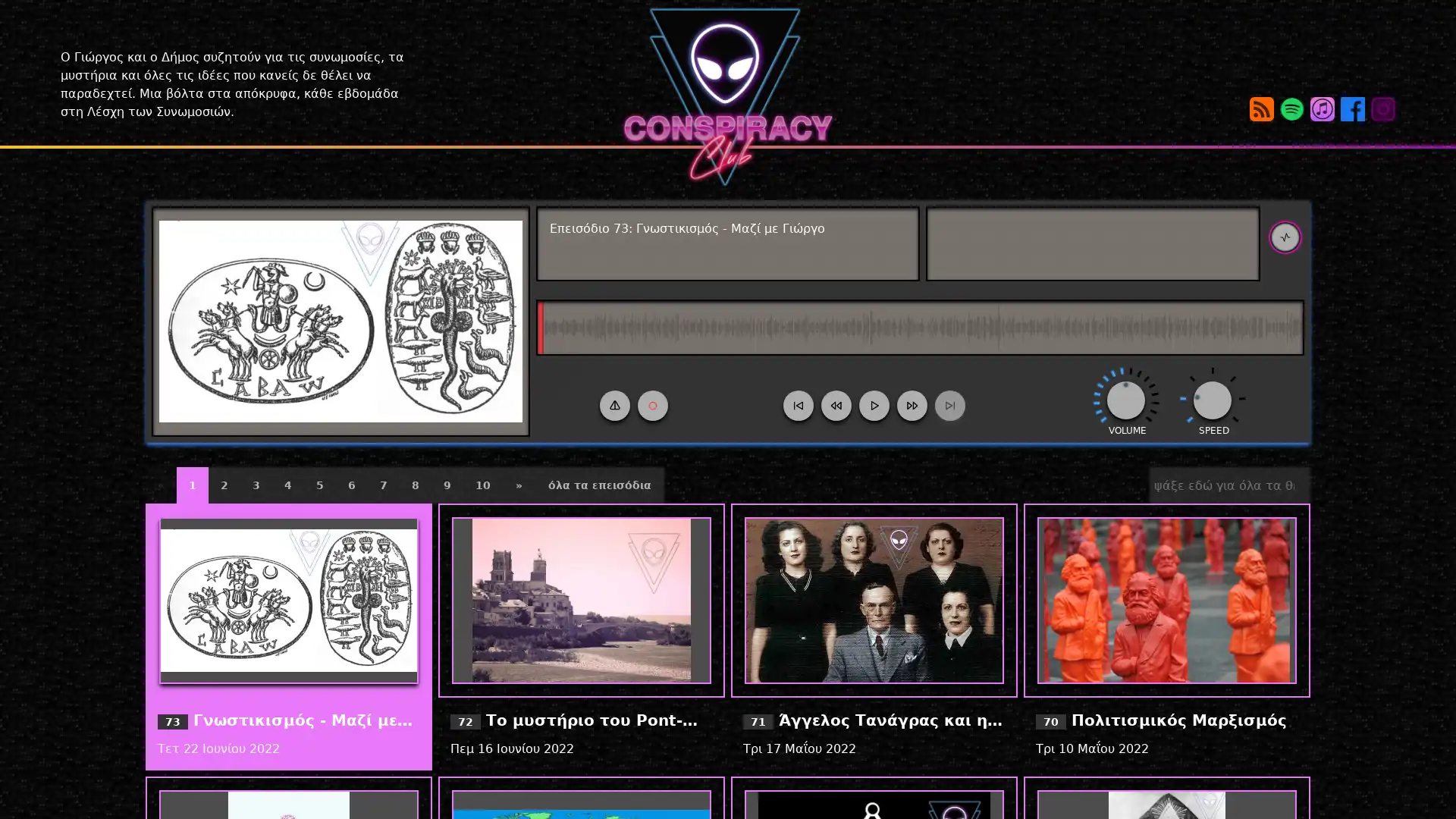  What do you see at coordinates (319, 485) in the screenshot?
I see `5` at bounding box center [319, 485].